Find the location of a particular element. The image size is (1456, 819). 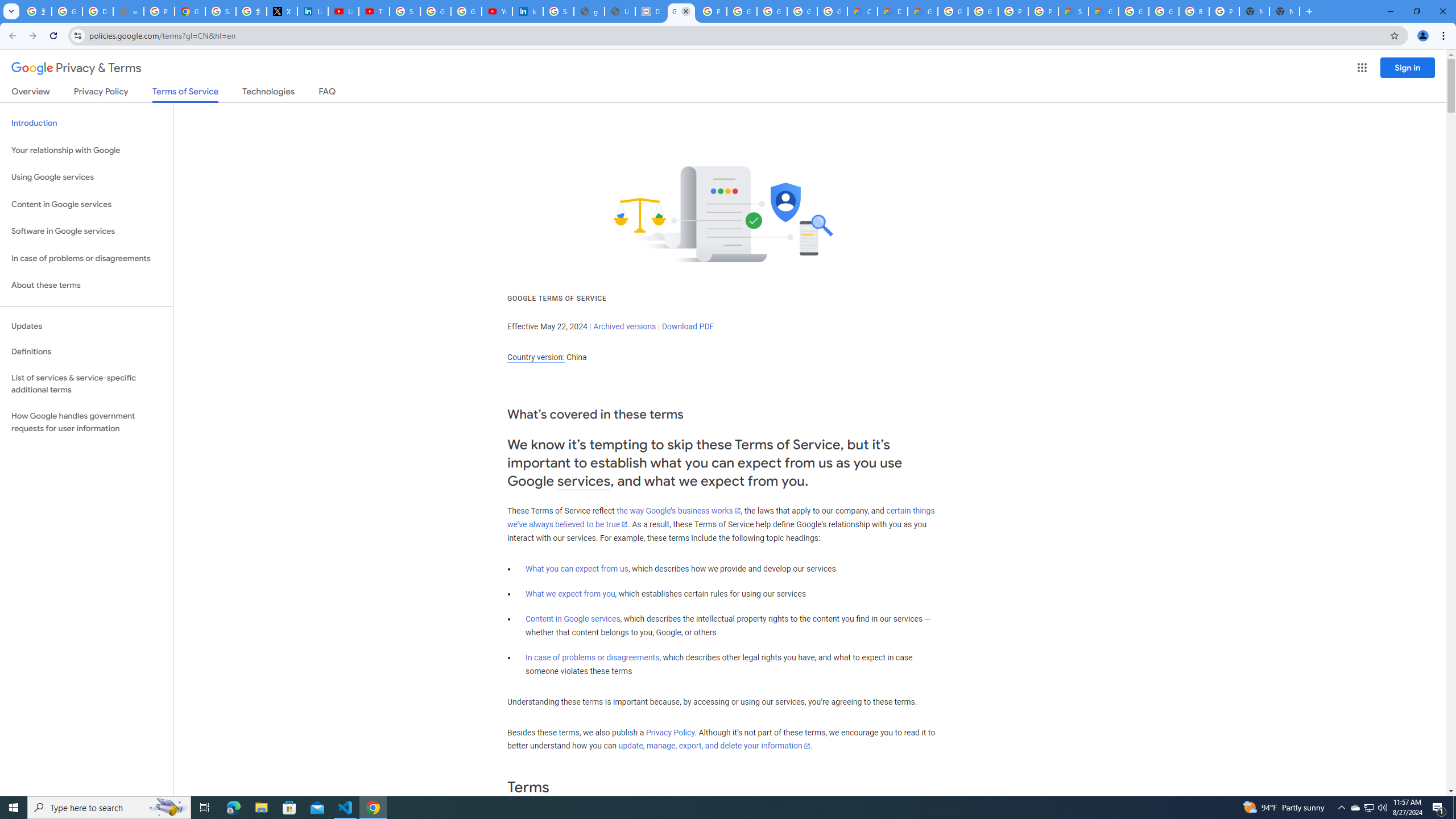

'New Tab' is located at coordinates (1284, 11).